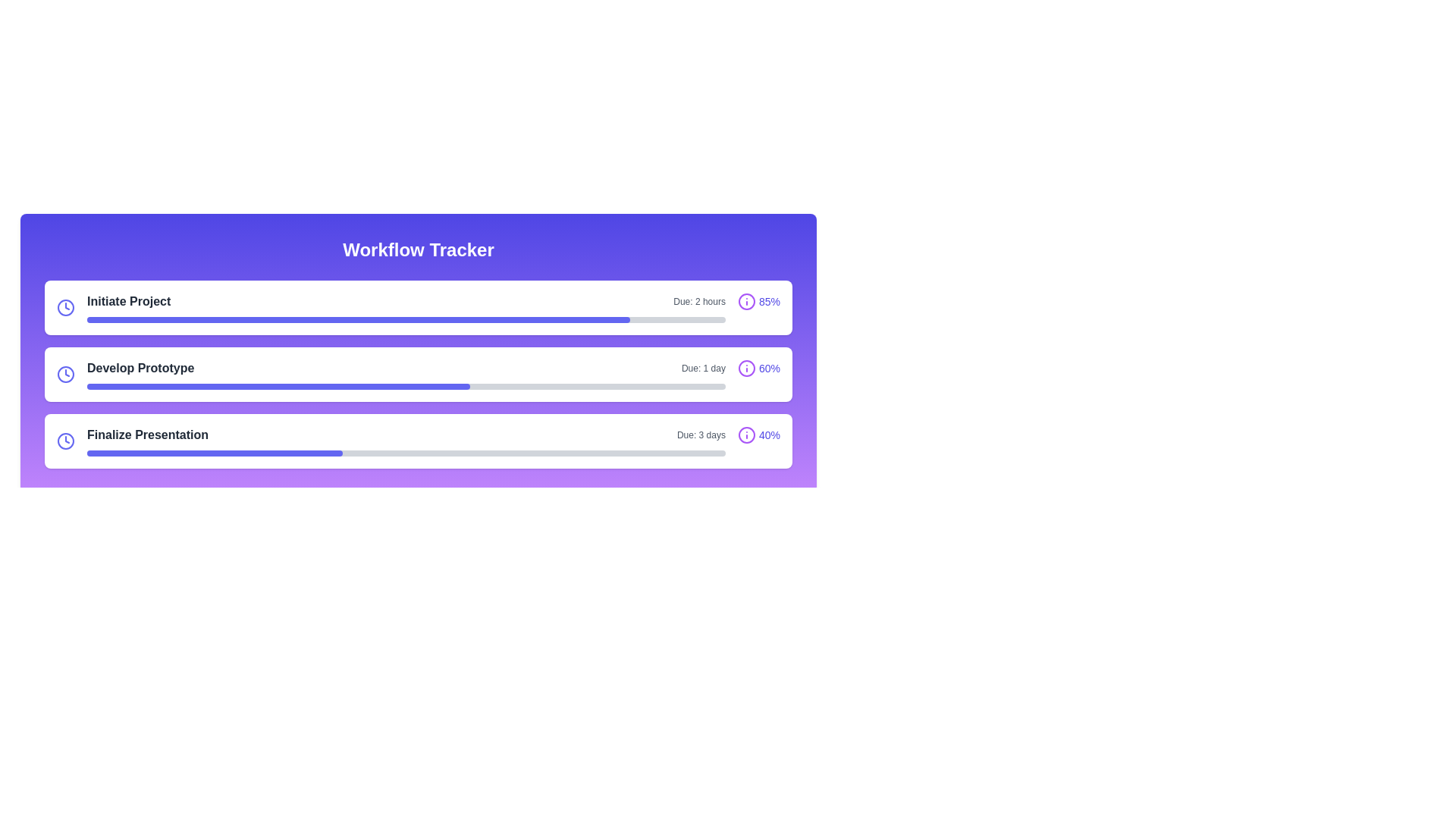 The width and height of the screenshot is (1456, 819). What do you see at coordinates (148, 435) in the screenshot?
I see `the Text Label that identifies the task or workflow step, positioned in the third card section of a vertical list, above the 'Due: 3 days' text` at bounding box center [148, 435].